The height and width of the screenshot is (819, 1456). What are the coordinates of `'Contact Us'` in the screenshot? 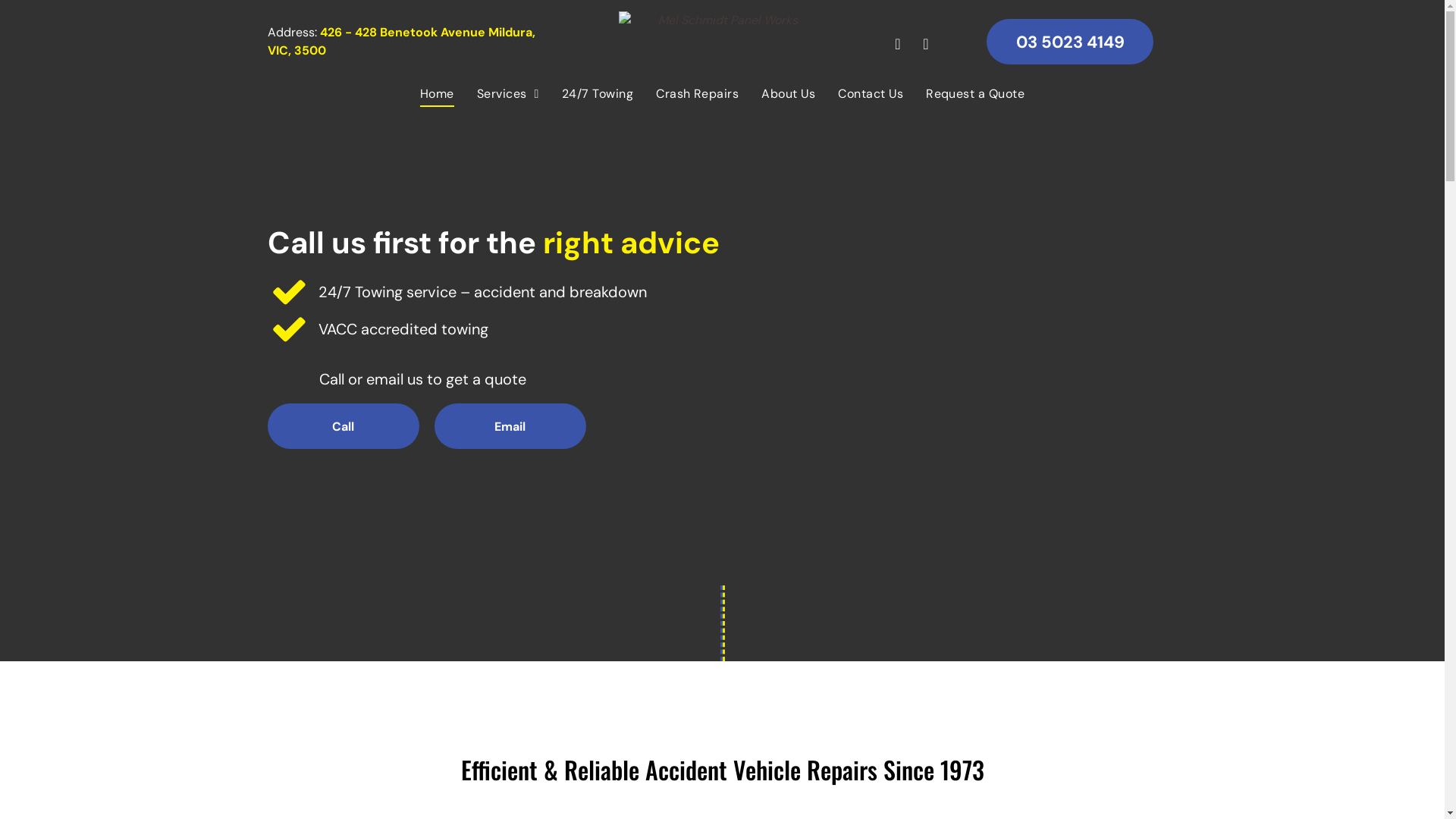 It's located at (870, 93).